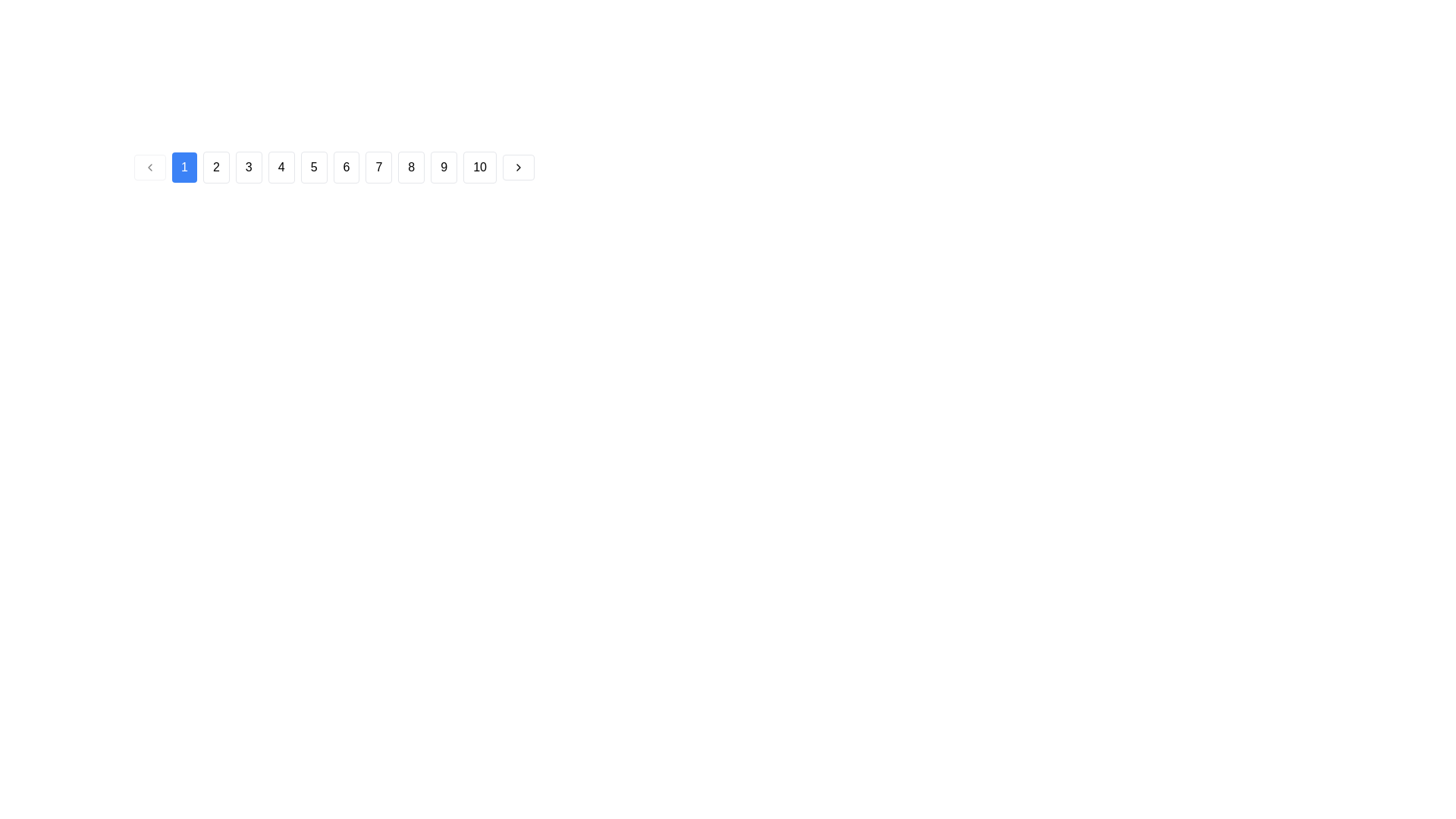 The height and width of the screenshot is (819, 1456). I want to click on the rounded rectangular button labeled '4', so click(281, 167).